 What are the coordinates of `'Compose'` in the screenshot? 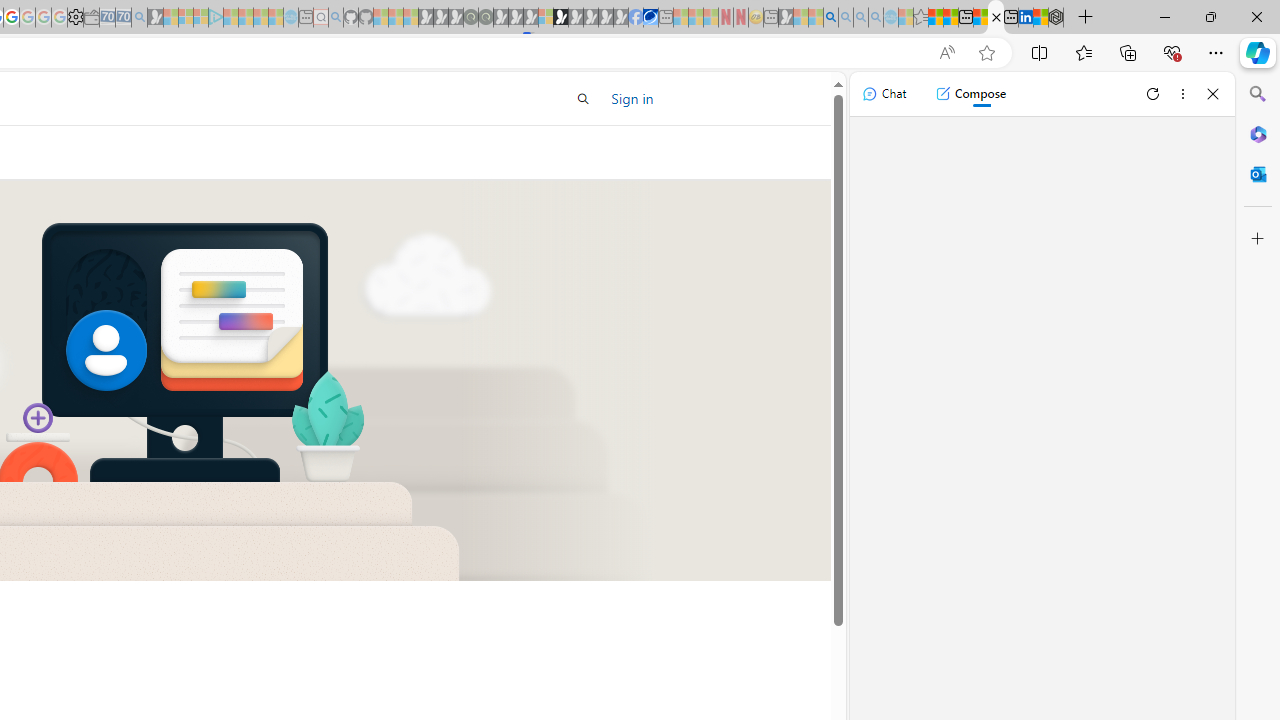 It's located at (970, 93).